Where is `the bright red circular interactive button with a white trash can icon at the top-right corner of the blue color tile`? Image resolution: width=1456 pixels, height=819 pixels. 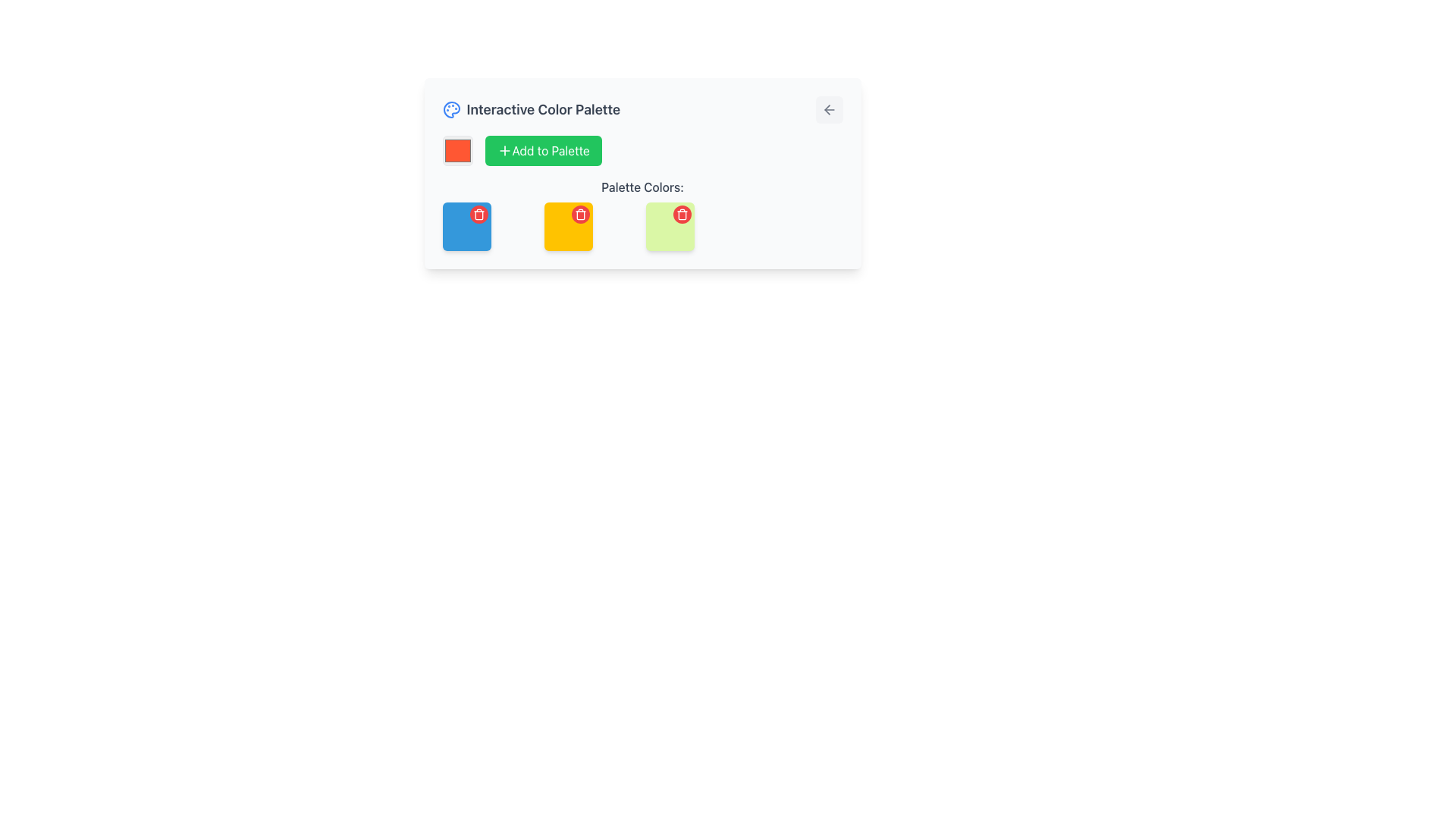
the bright red circular interactive button with a white trash can icon at the top-right corner of the blue color tile is located at coordinates (478, 214).